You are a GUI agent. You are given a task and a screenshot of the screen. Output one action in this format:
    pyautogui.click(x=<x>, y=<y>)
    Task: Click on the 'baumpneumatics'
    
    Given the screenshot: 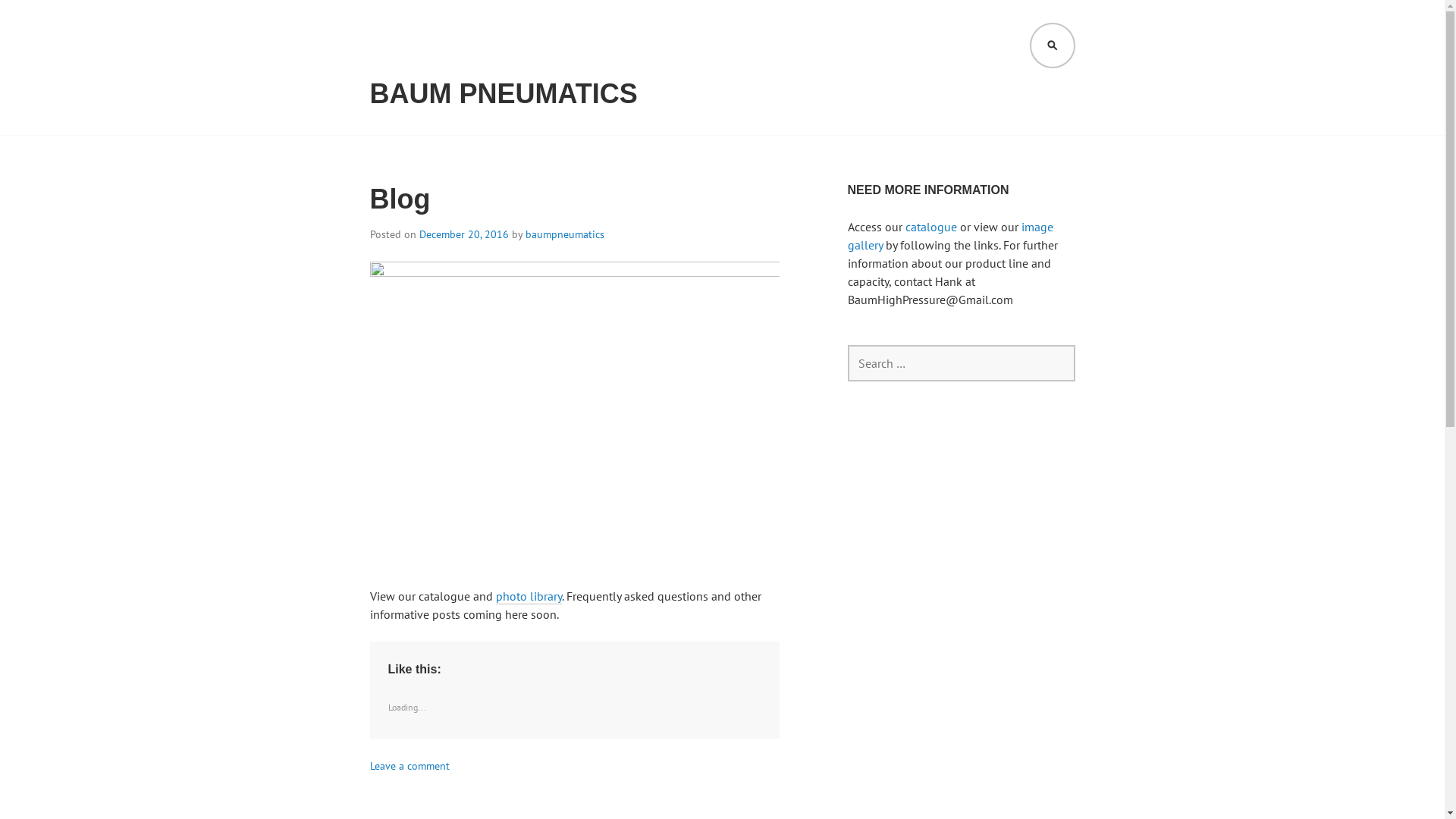 What is the action you would take?
    pyautogui.click(x=563, y=234)
    